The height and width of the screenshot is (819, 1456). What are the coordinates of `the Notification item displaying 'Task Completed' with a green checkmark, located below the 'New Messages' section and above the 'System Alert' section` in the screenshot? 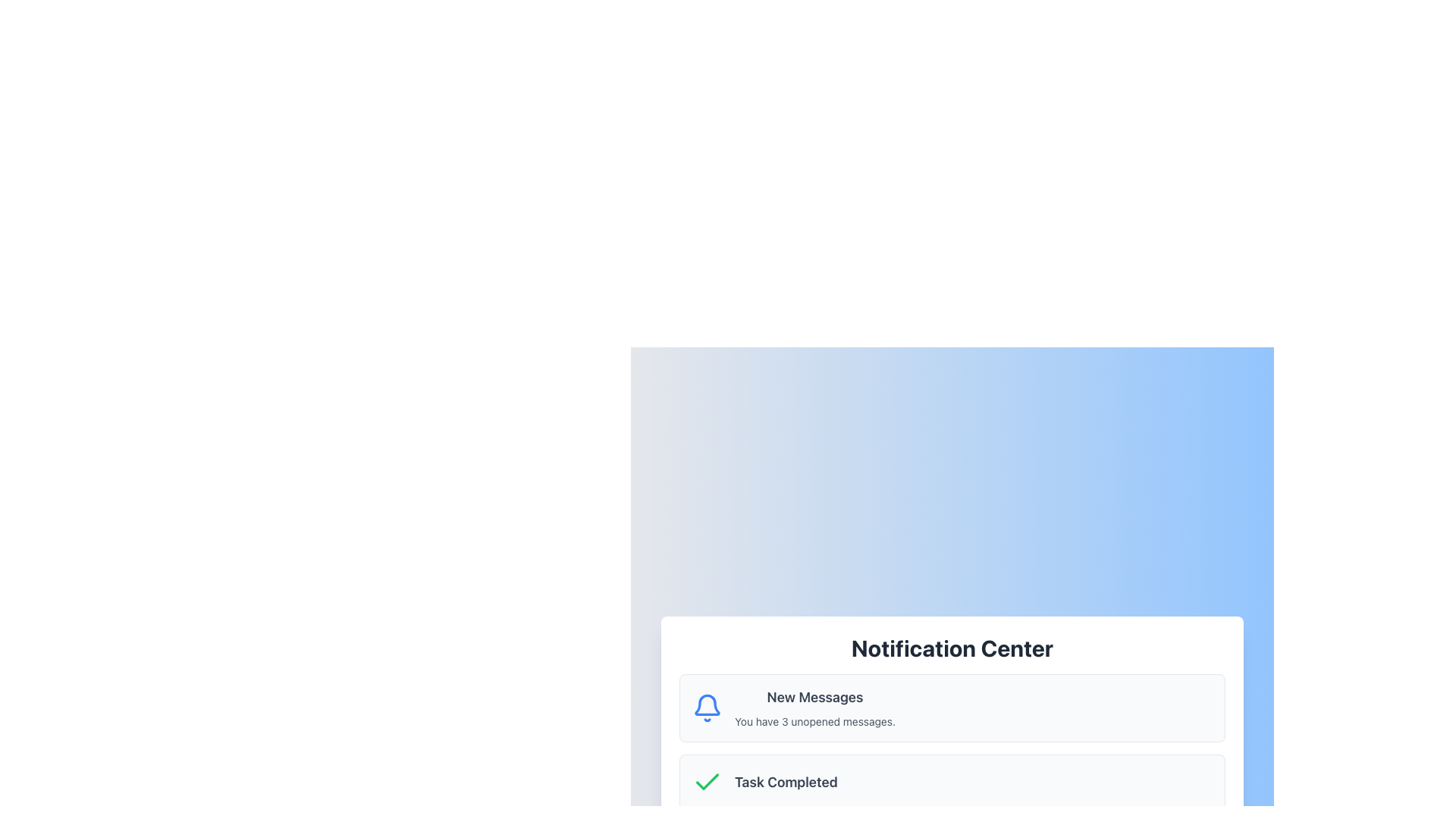 It's located at (952, 783).